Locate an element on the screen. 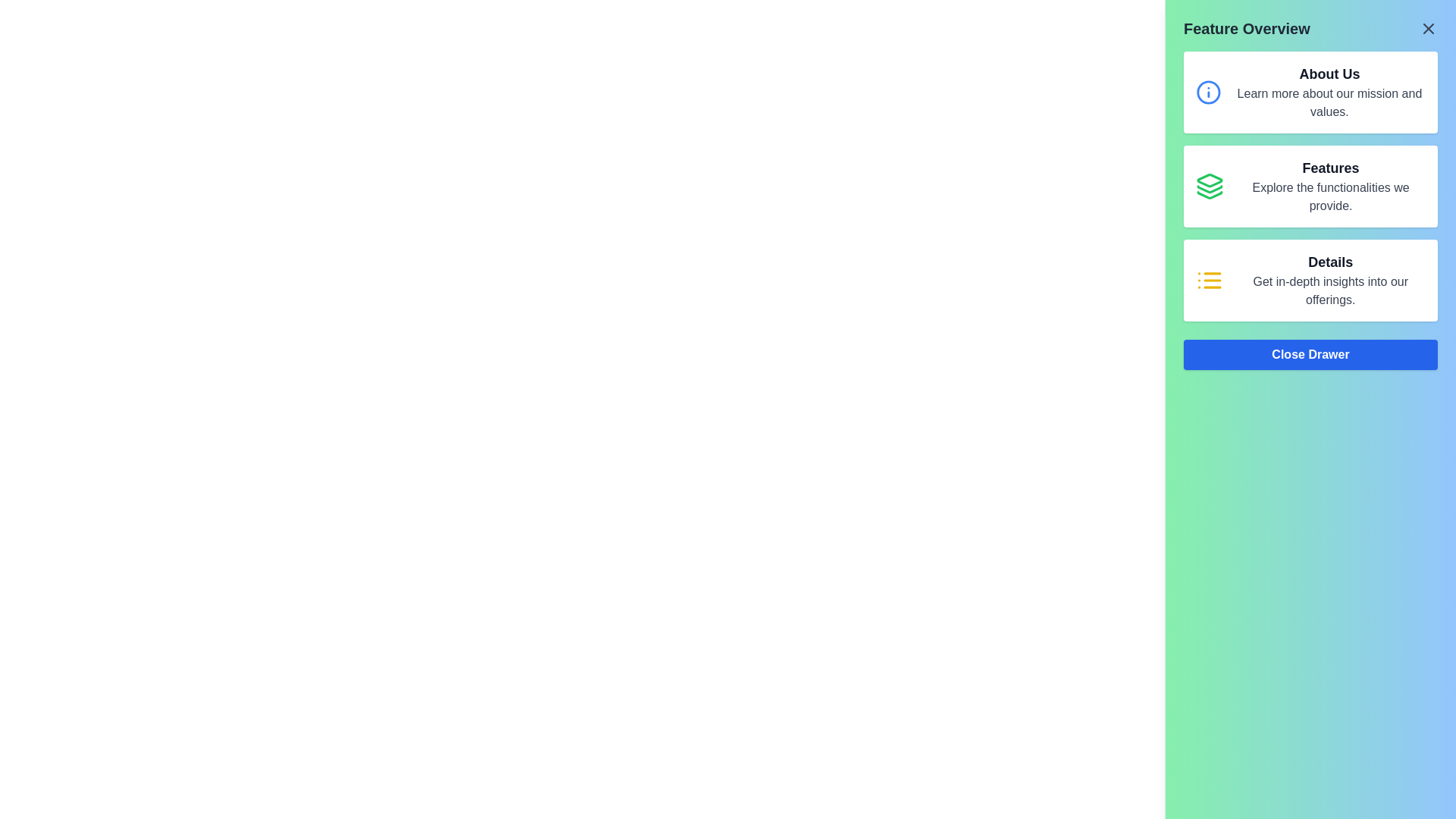 This screenshot has height=819, width=1456. the interactive text block containing the heading 'Details' and the description 'Get in-depth insights into our offerings.' is located at coordinates (1329, 281).